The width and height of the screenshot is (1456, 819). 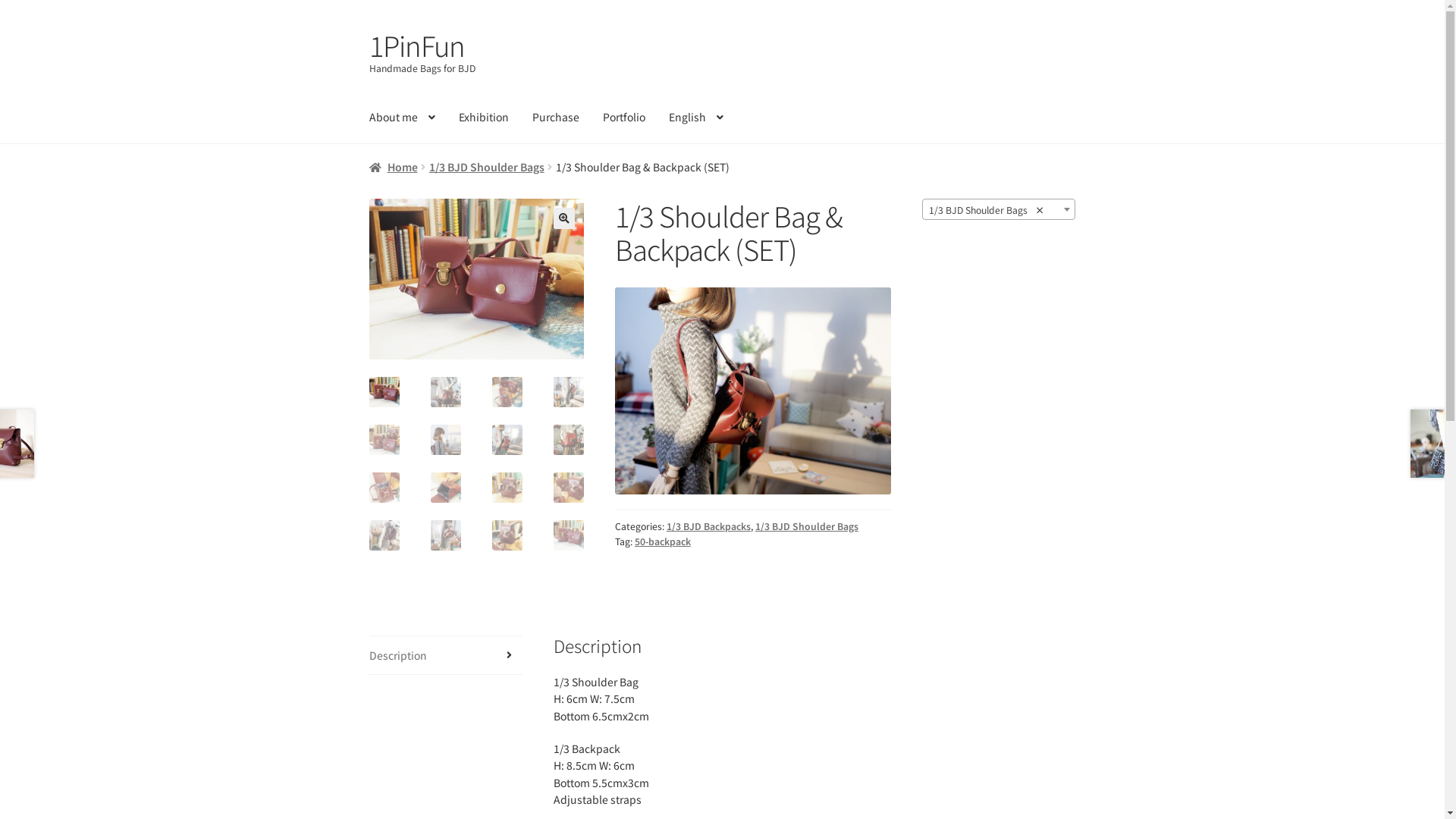 I want to click on '1/3 BJD Backpacks', so click(x=666, y=526).